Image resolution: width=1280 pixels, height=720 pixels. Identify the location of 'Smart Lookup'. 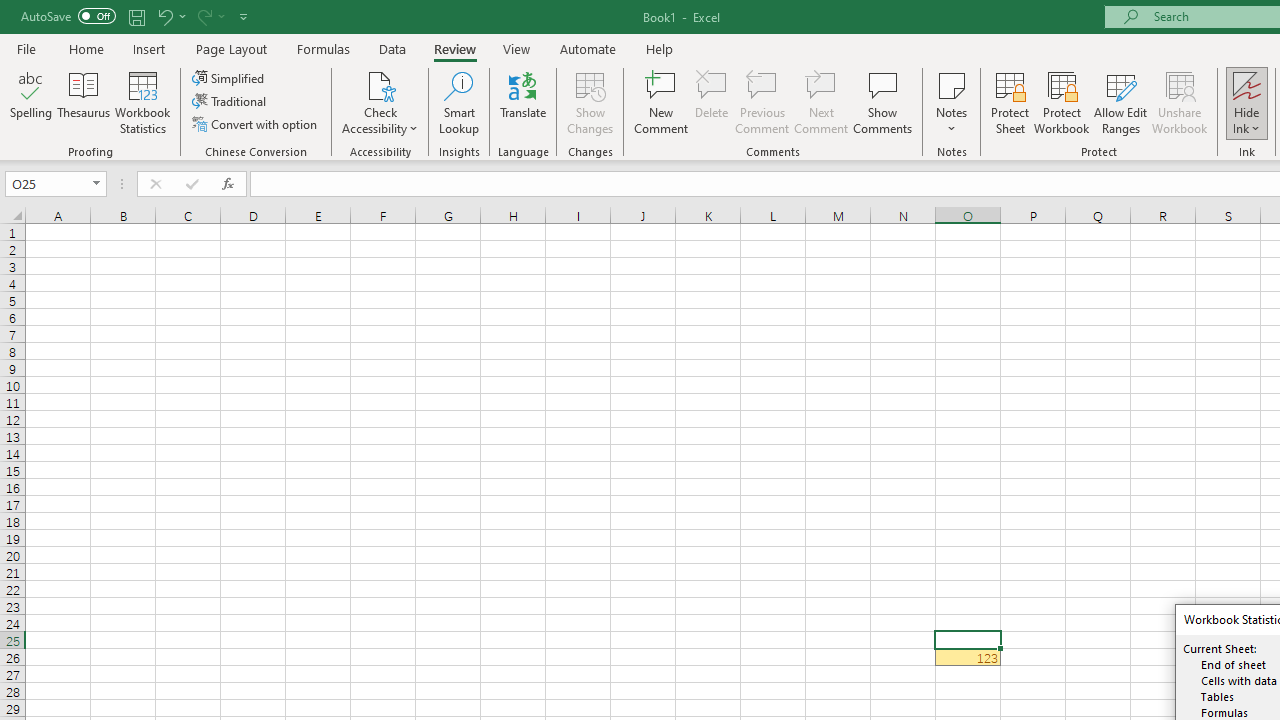
(458, 103).